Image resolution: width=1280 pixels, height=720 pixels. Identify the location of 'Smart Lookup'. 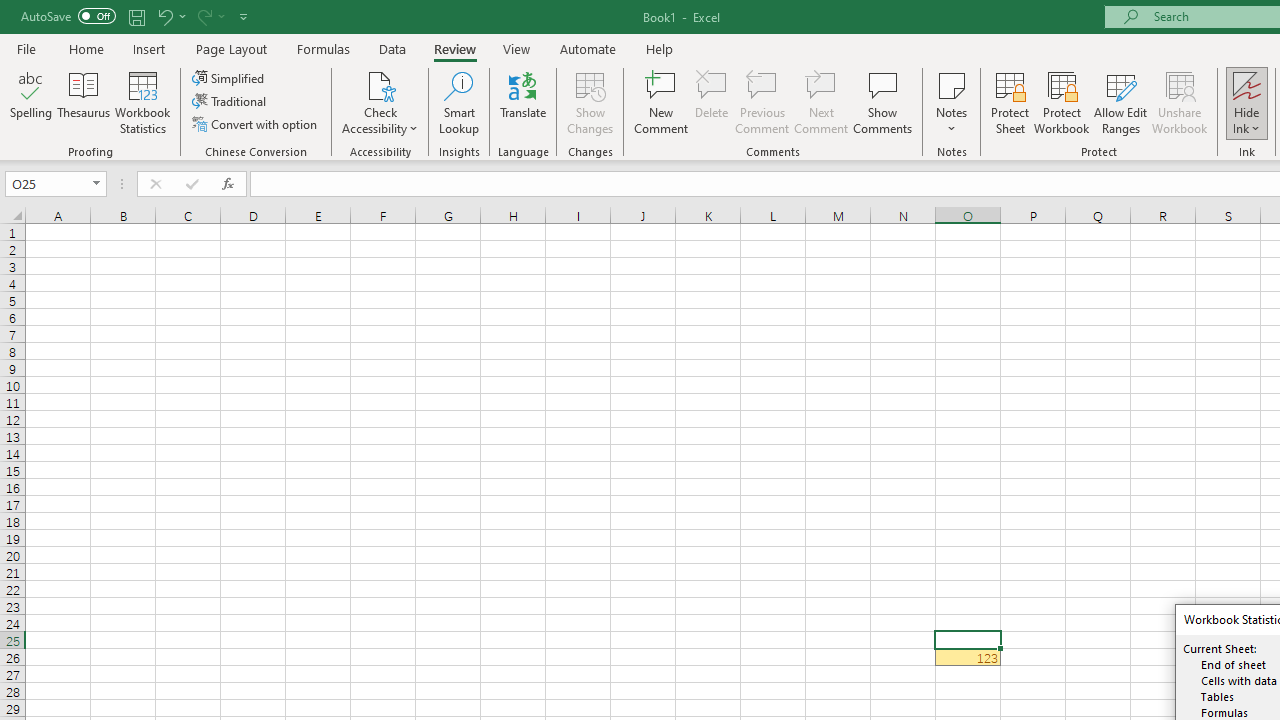
(458, 103).